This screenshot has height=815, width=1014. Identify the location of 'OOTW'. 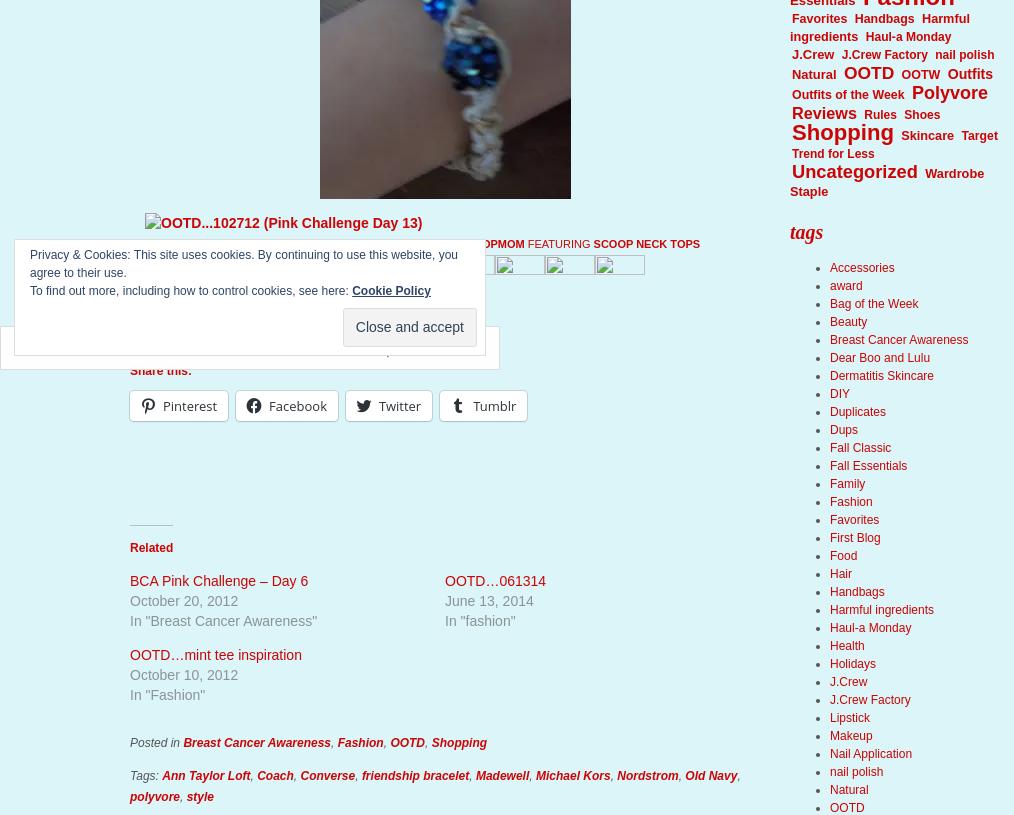
(919, 73).